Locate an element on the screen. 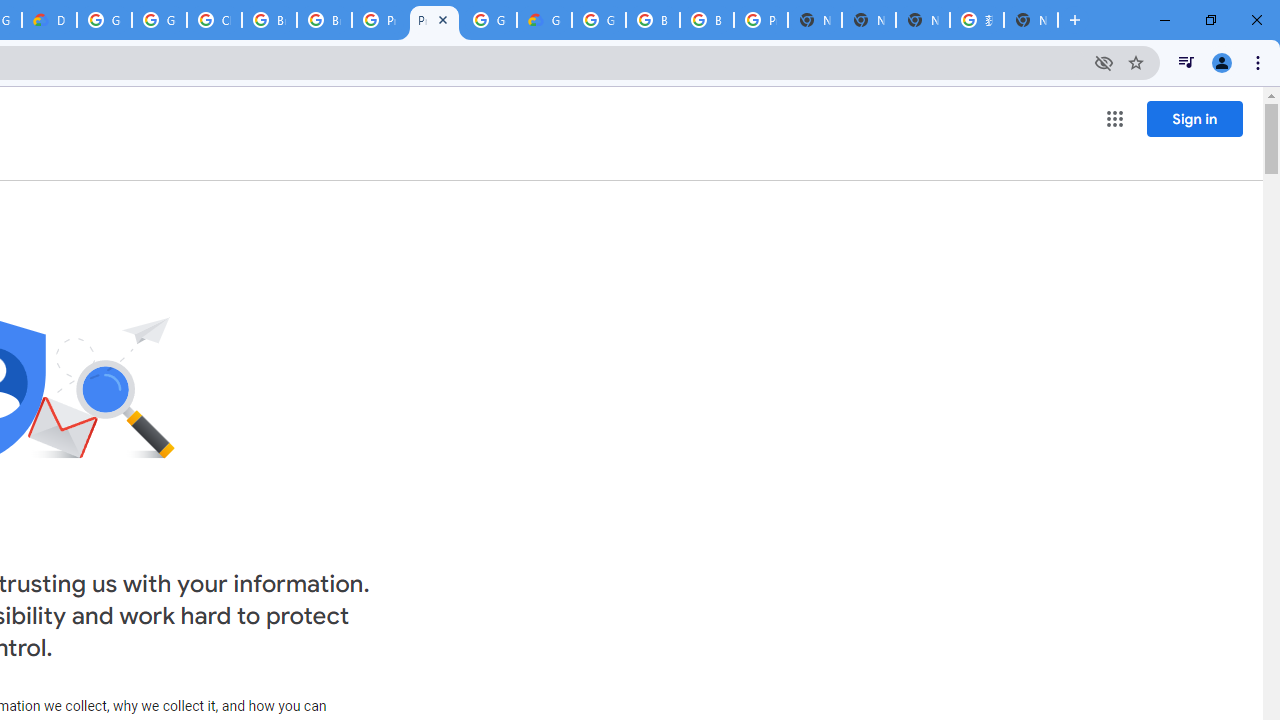  'Google Cloud Estimate Summary' is located at coordinates (544, 20).